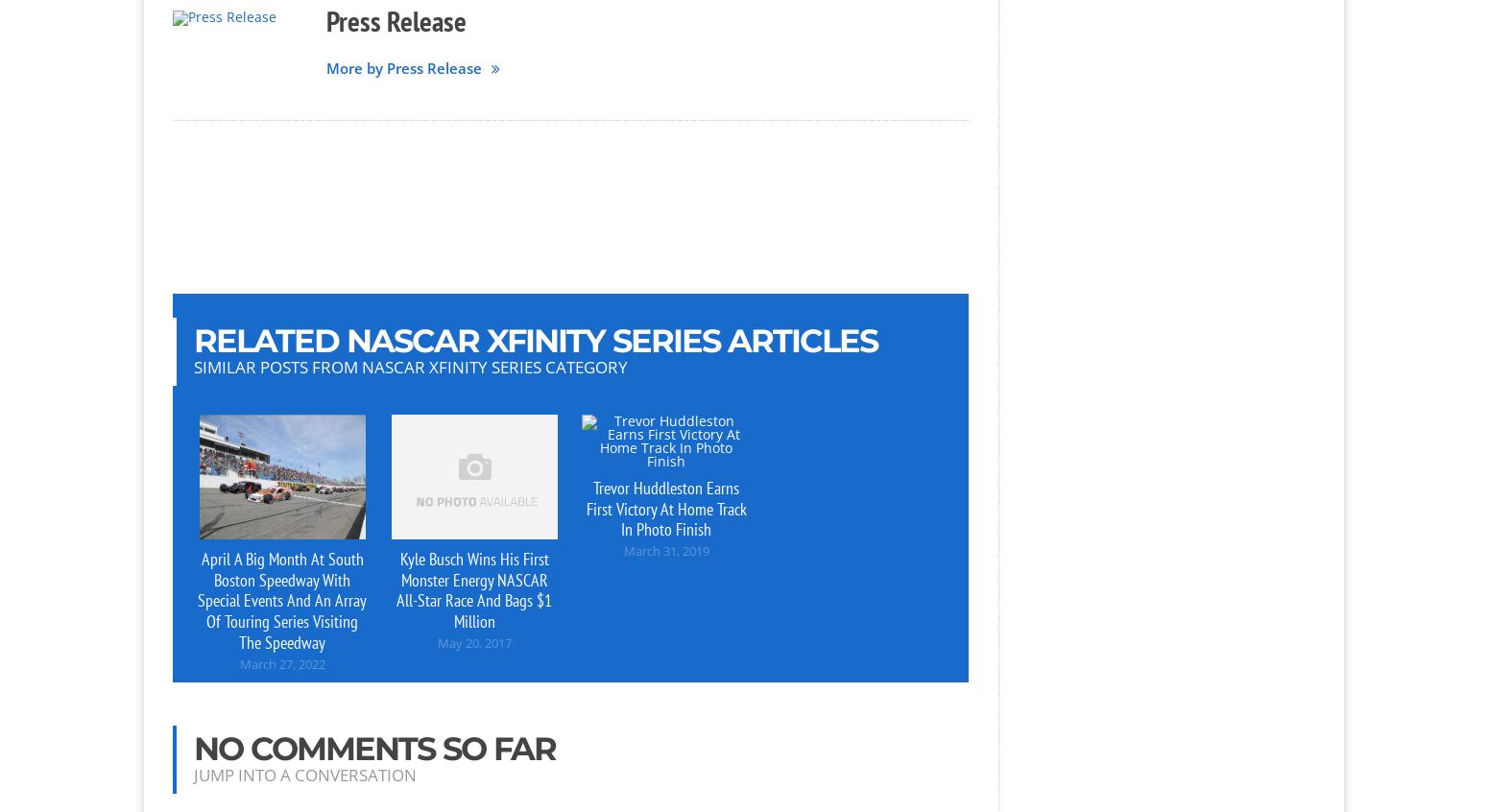  What do you see at coordinates (536, 338) in the screenshot?
I see `'Related NASCAR Xfinity Series Articles'` at bounding box center [536, 338].